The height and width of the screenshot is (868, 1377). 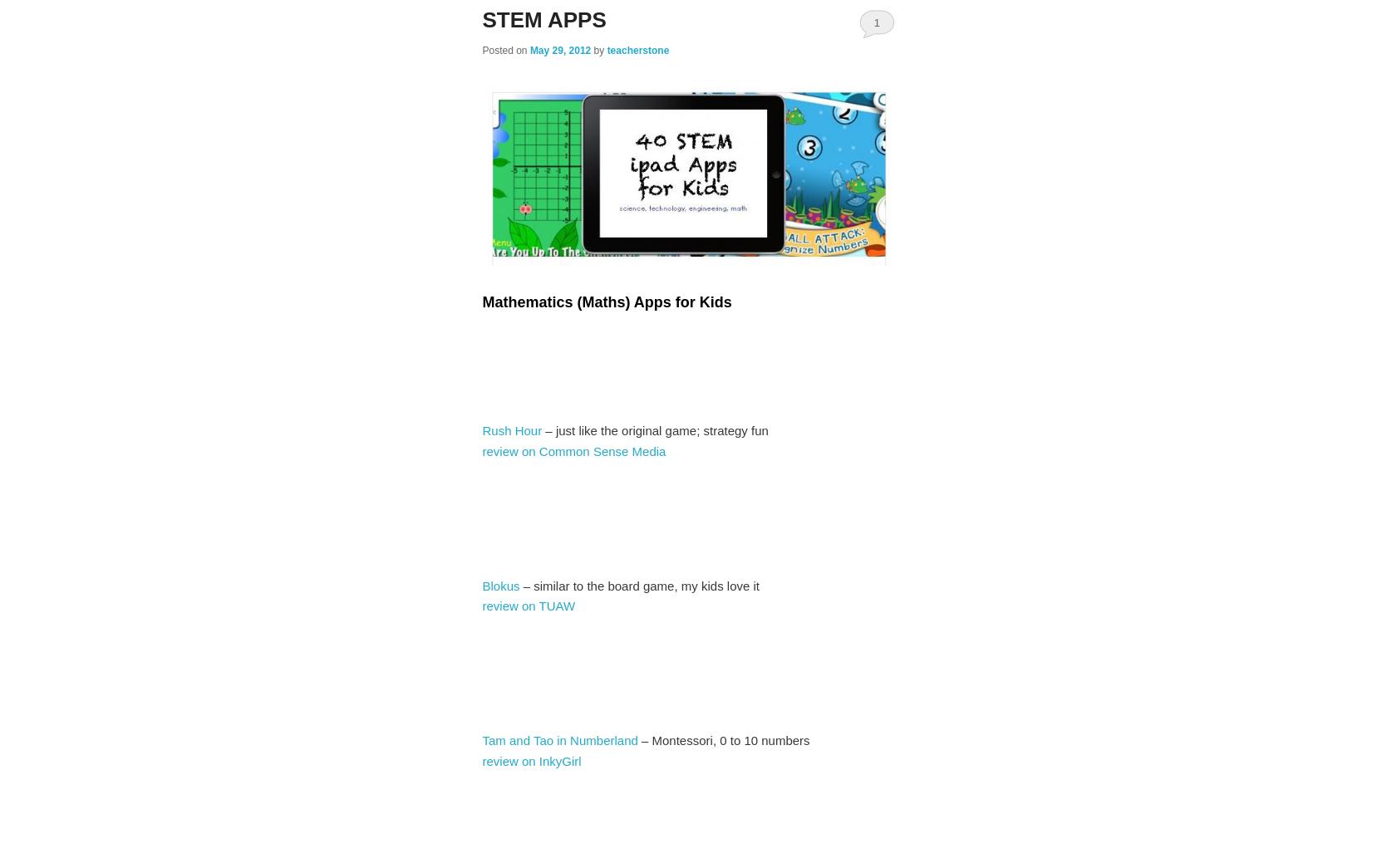 I want to click on '– just like the original game; strategy fun', so click(x=654, y=429).